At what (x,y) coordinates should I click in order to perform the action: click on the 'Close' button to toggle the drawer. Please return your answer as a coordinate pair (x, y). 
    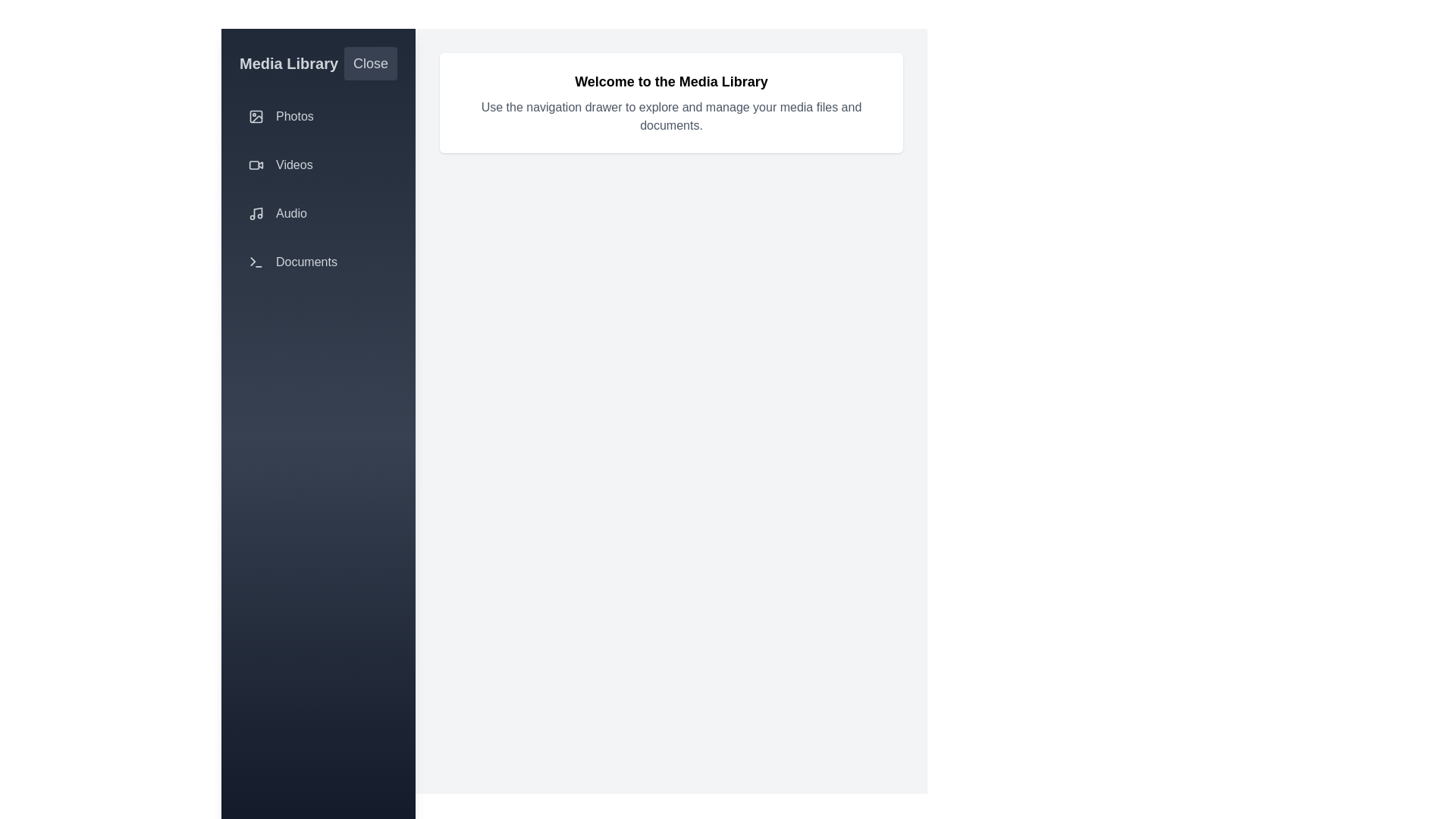
    Looking at the image, I should click on (371, 63).